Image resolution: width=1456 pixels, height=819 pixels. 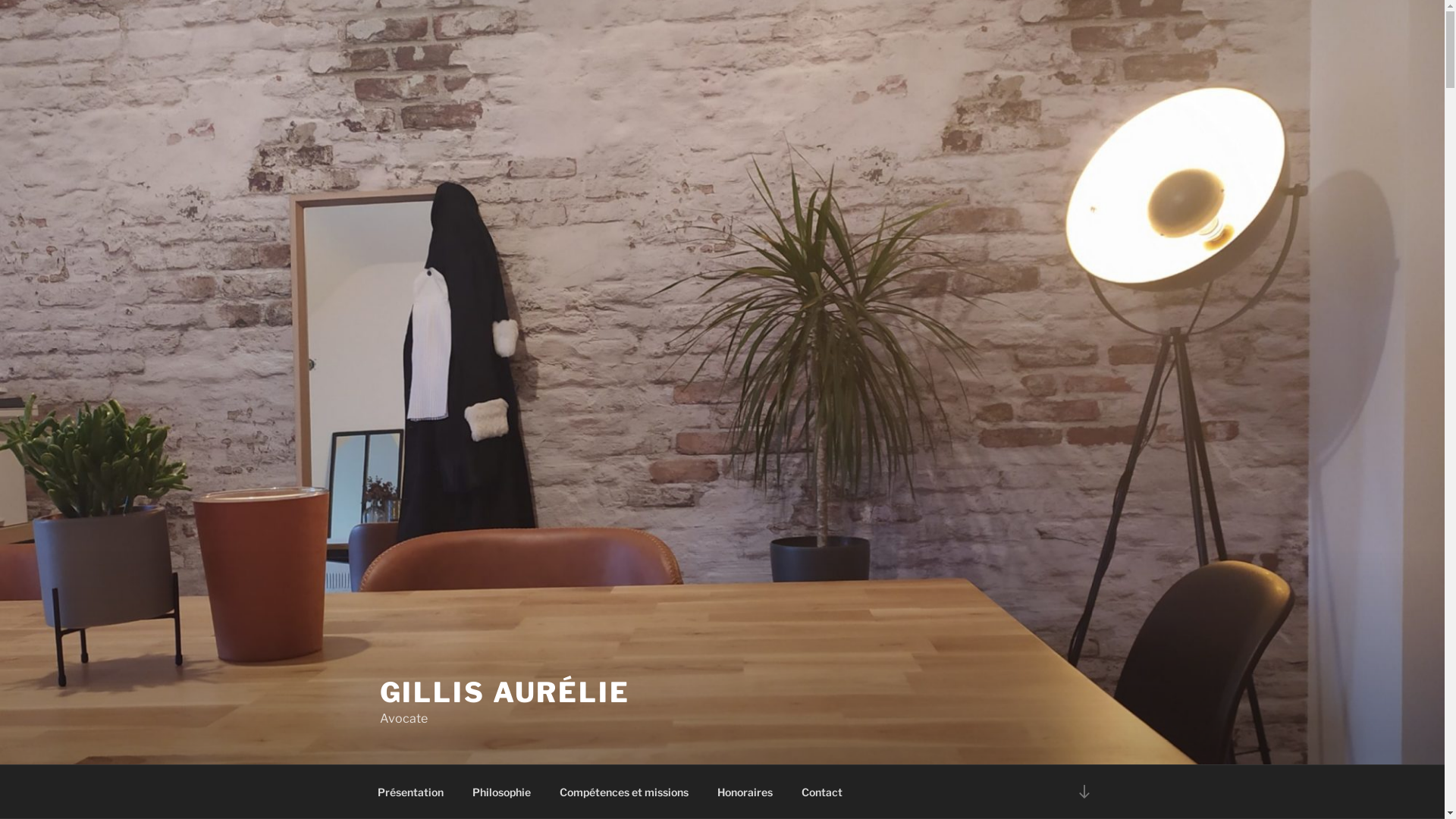 What do you see at coordinates (502, 791) in the screenshot?
I see `'Philosophie'` at bounding box center [502, 791].